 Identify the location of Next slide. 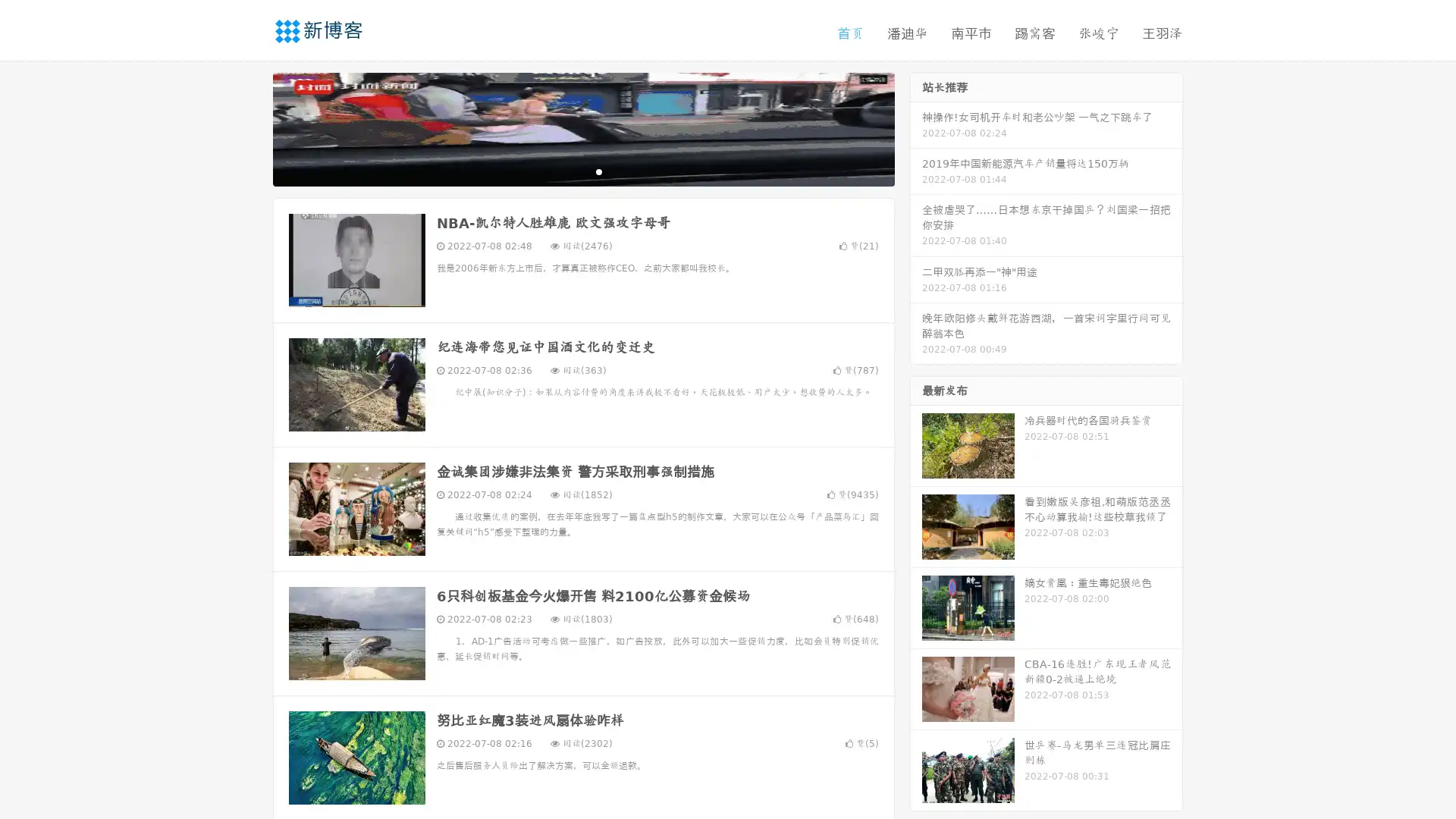
(916, 127).